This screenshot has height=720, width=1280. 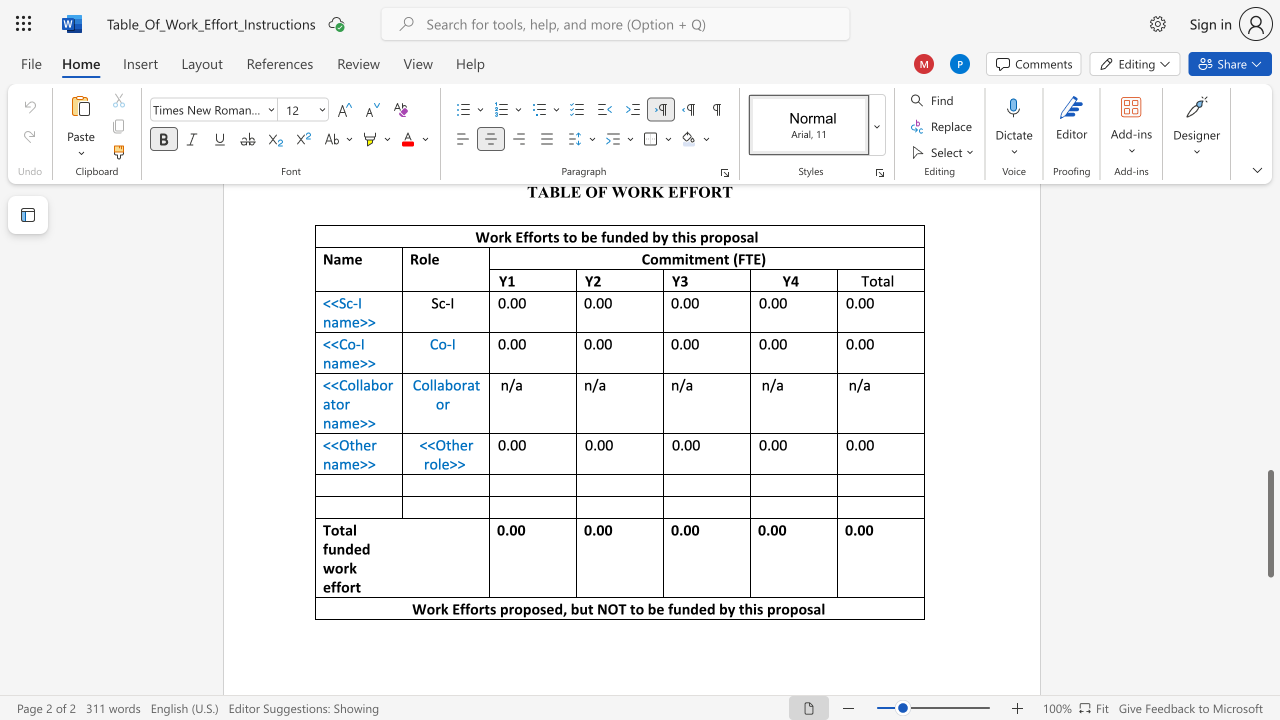 What do you see at coordinates (1269, 248) in the screenshot?
I see `the scrollbar to move the page up` at bounding box center [1269, 248].